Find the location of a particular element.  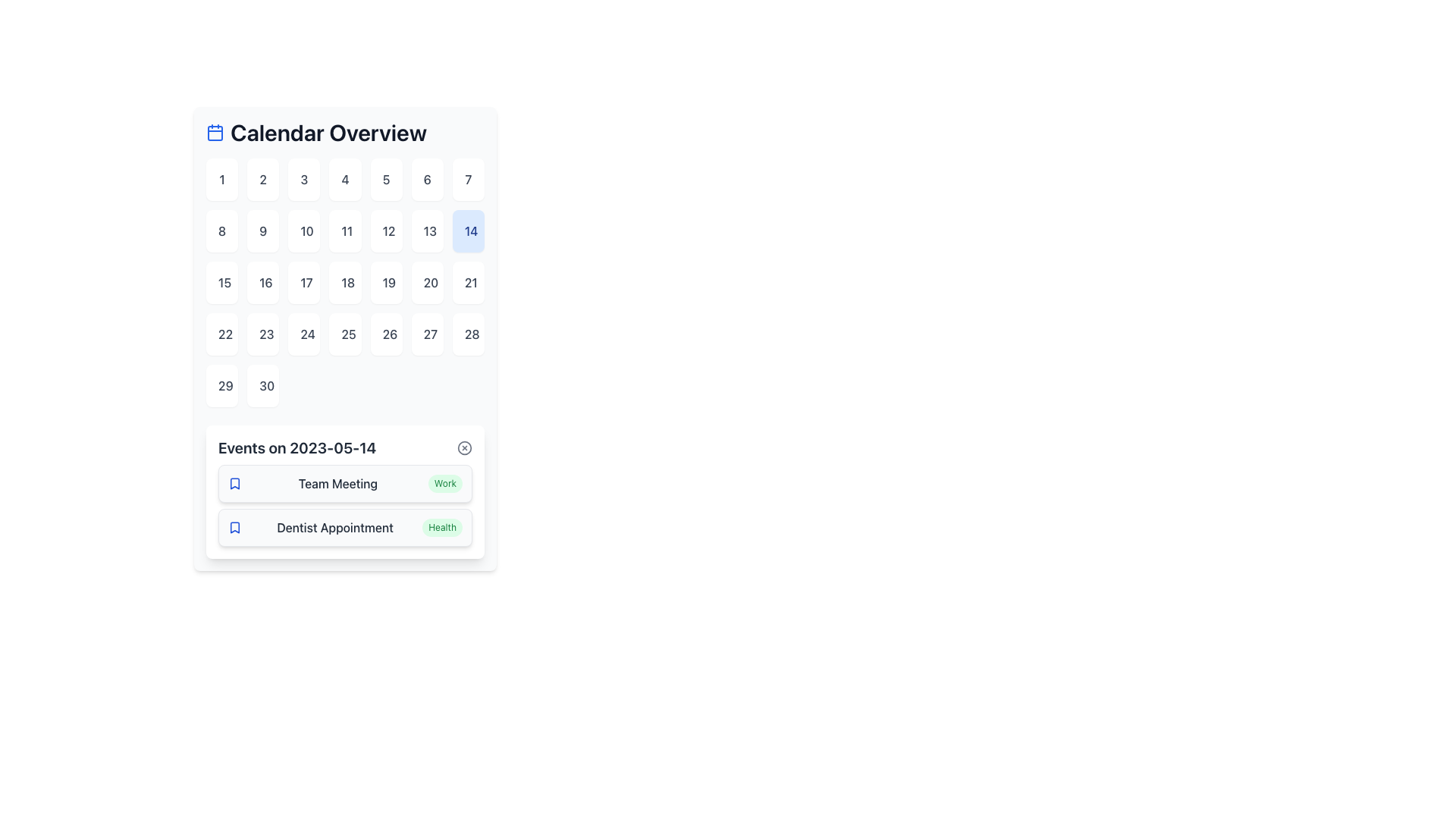

the calendar date button located in the third row and fifth column of the calendar grid is located at coordinates (386, 283).